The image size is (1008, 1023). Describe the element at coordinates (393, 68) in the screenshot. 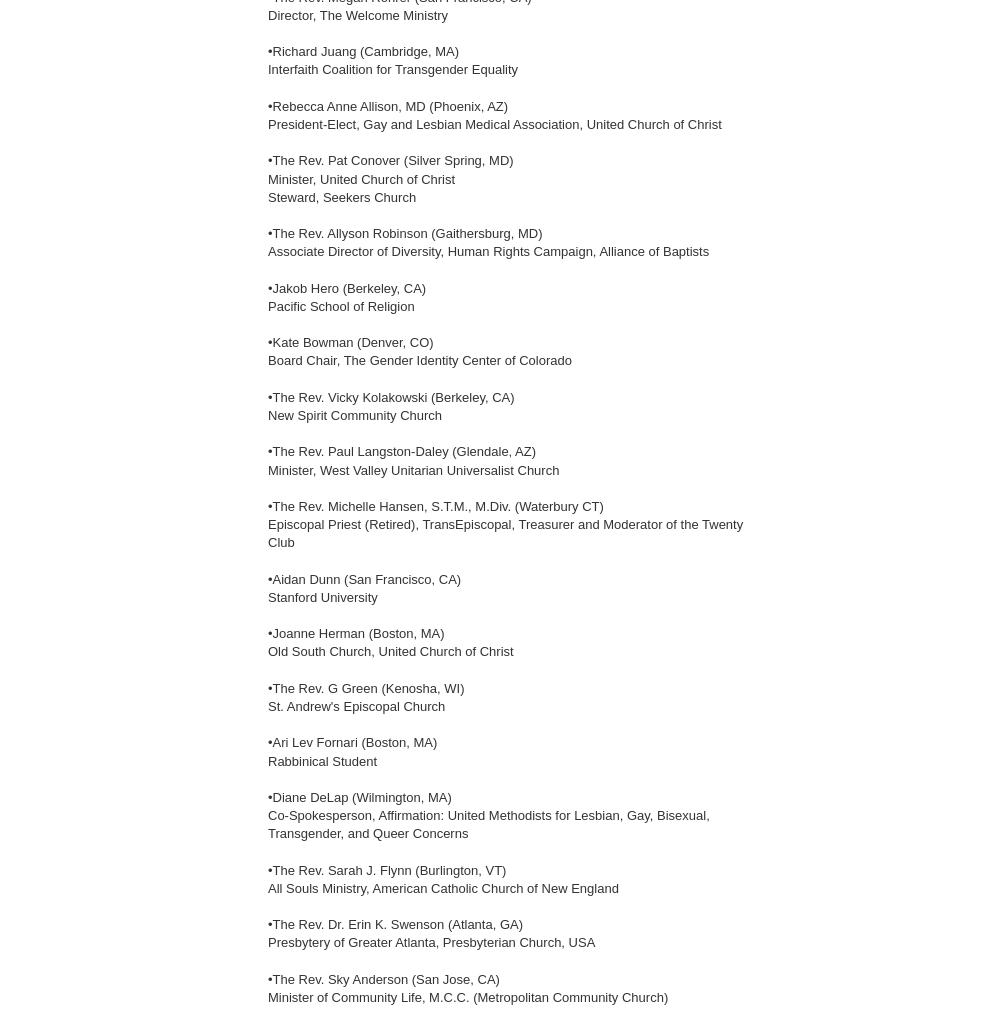

I see `'Interfaith Coalition for Transgender Equality'` at that location.